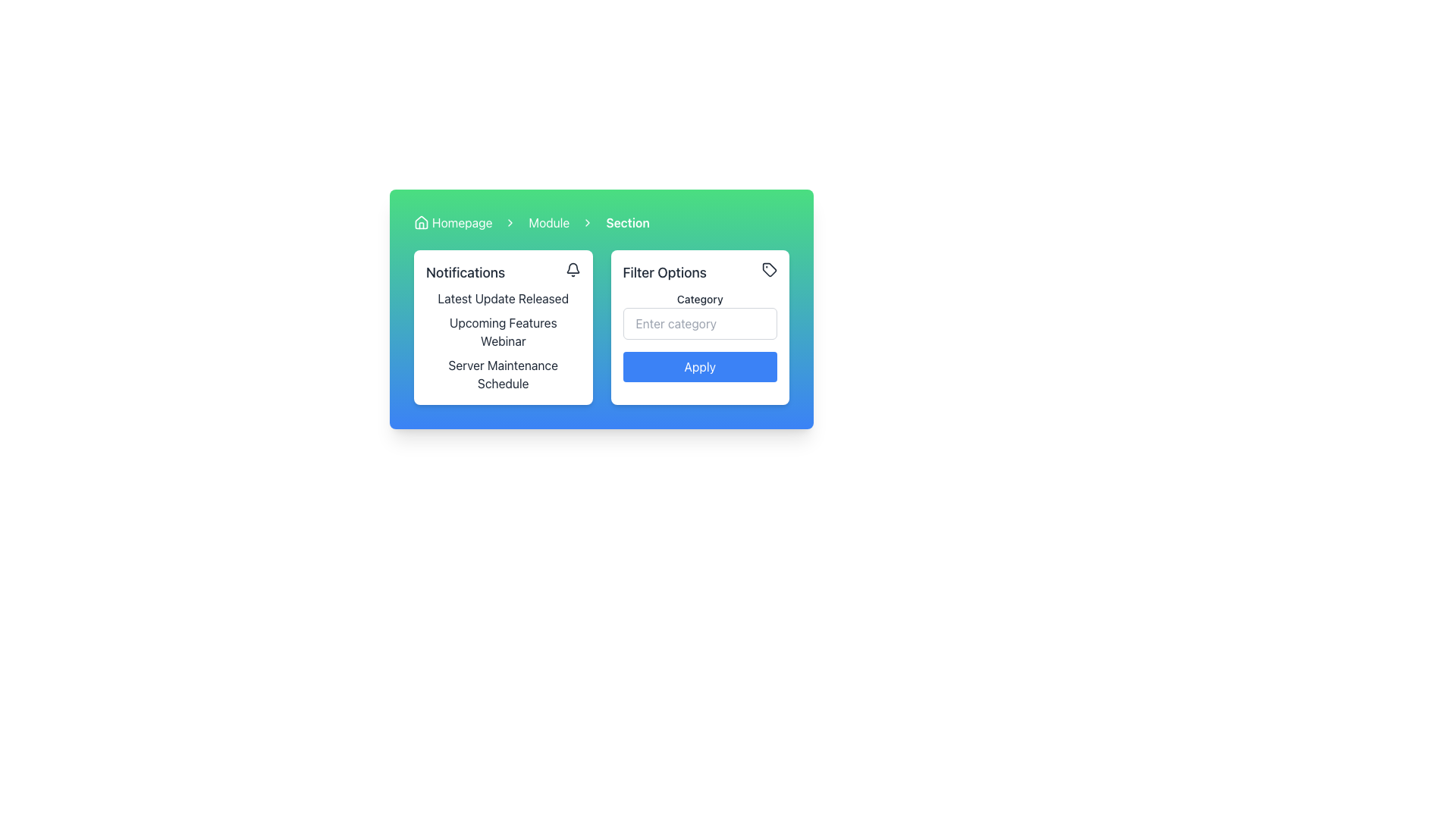 The height and width of the screenshot is (819, 1456). Describe the element at coordinates (503, 331) in the screenshot. I see `the text label reading 'Upcoming Features Webinar' located in the 'Notifications' section, positioned second among three text items` at that location.